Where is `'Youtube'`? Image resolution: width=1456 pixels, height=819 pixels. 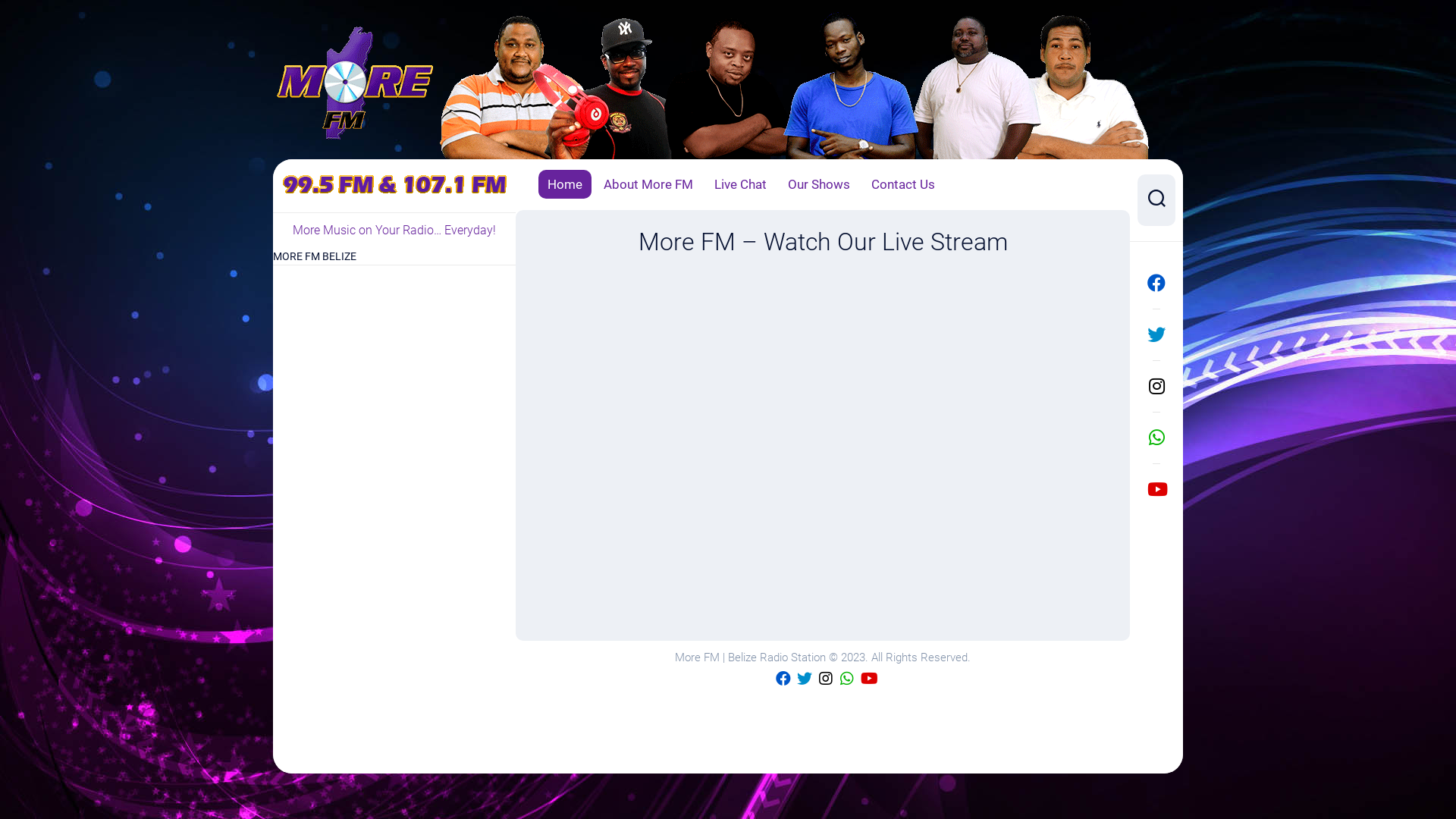 'Youtube' is located at coordinates (868, 677).